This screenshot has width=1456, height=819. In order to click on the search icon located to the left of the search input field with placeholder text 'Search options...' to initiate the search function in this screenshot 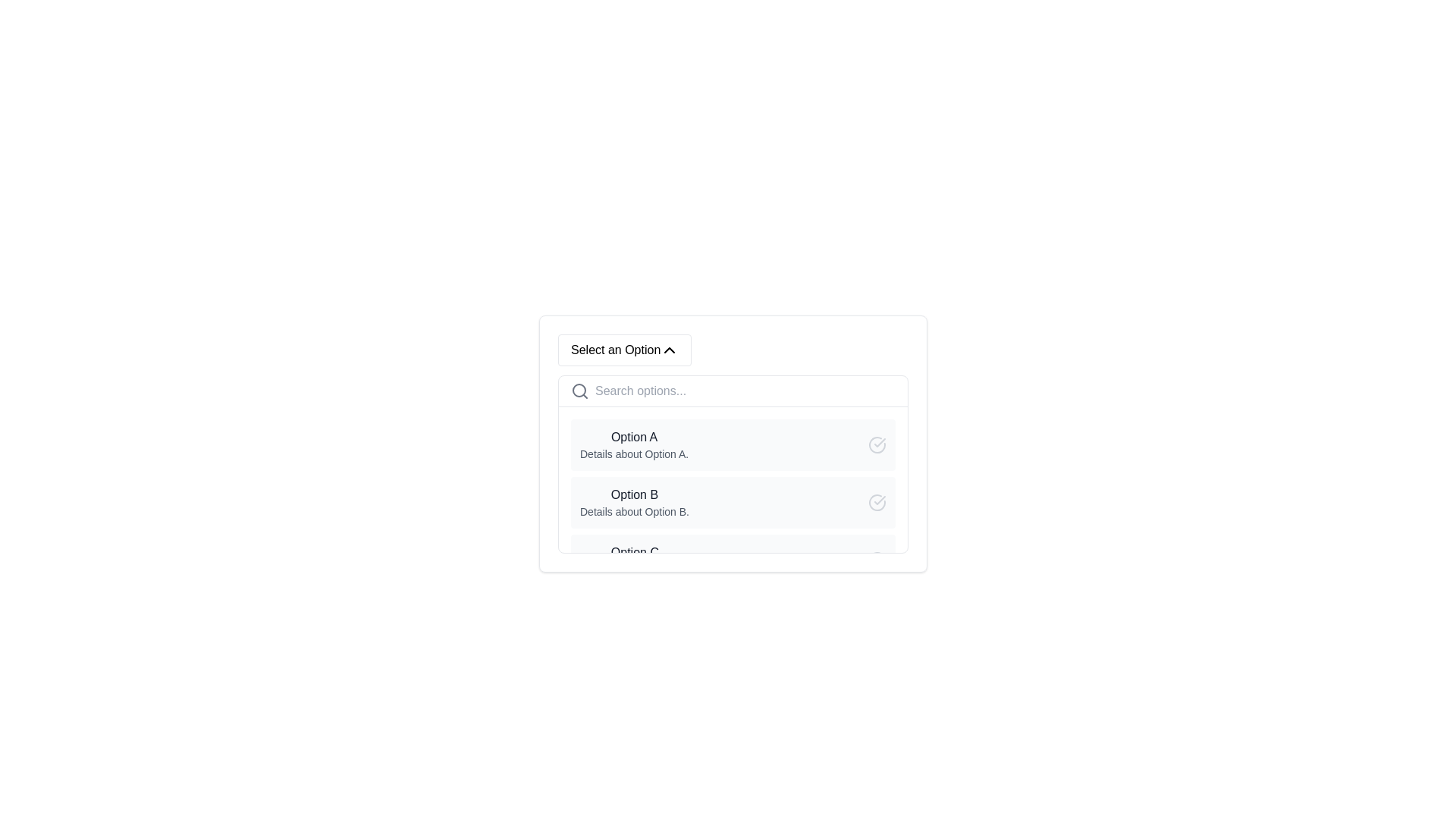, I will do `click(579, 391)`.